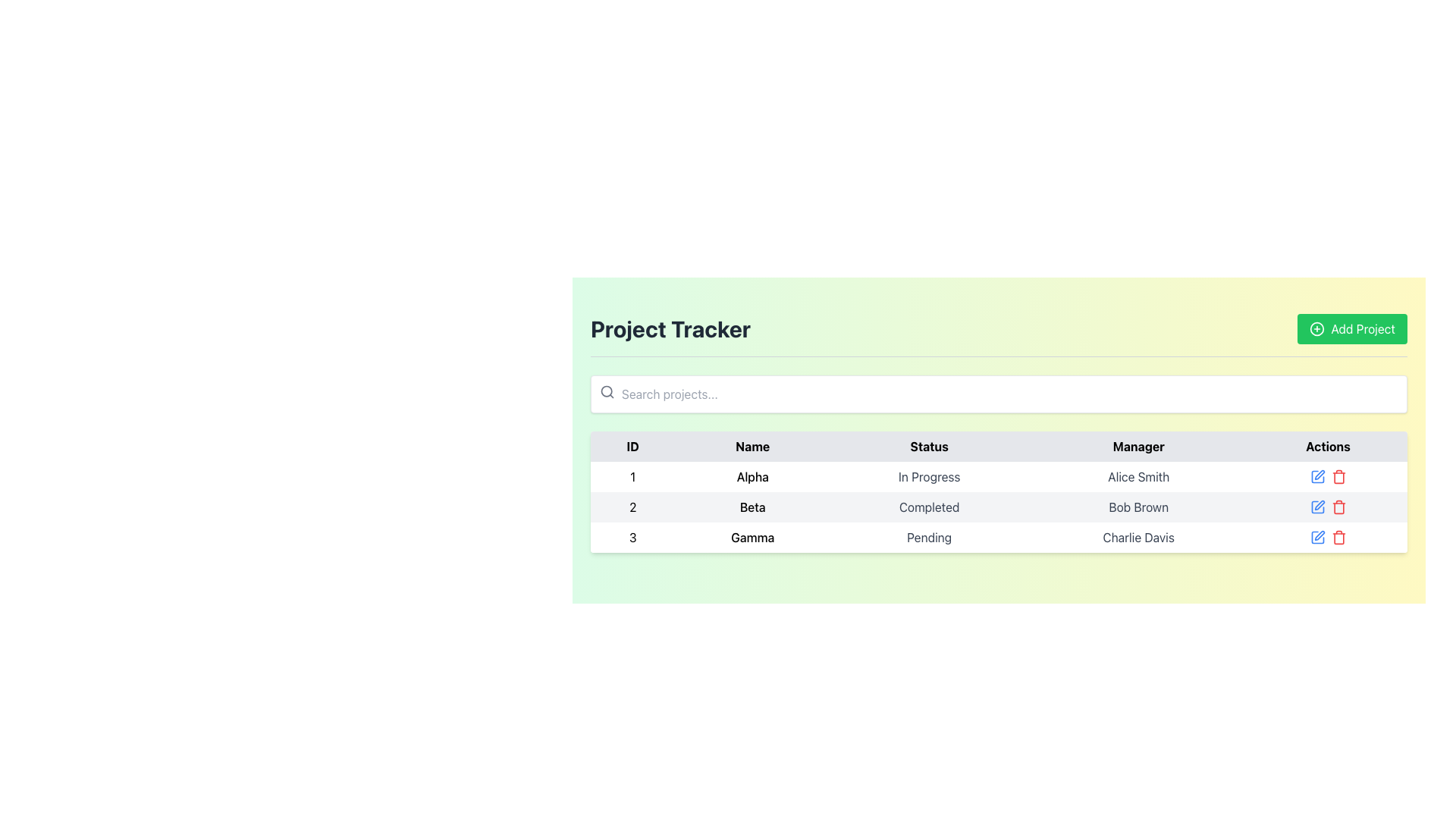  What do you see at coordinates (1316, 507) in the screenshot?
I see `the Interactive icon (Edit button) located in the Actions column of the project tracker table for Bob Brown` at bounding box center [1316, 507].